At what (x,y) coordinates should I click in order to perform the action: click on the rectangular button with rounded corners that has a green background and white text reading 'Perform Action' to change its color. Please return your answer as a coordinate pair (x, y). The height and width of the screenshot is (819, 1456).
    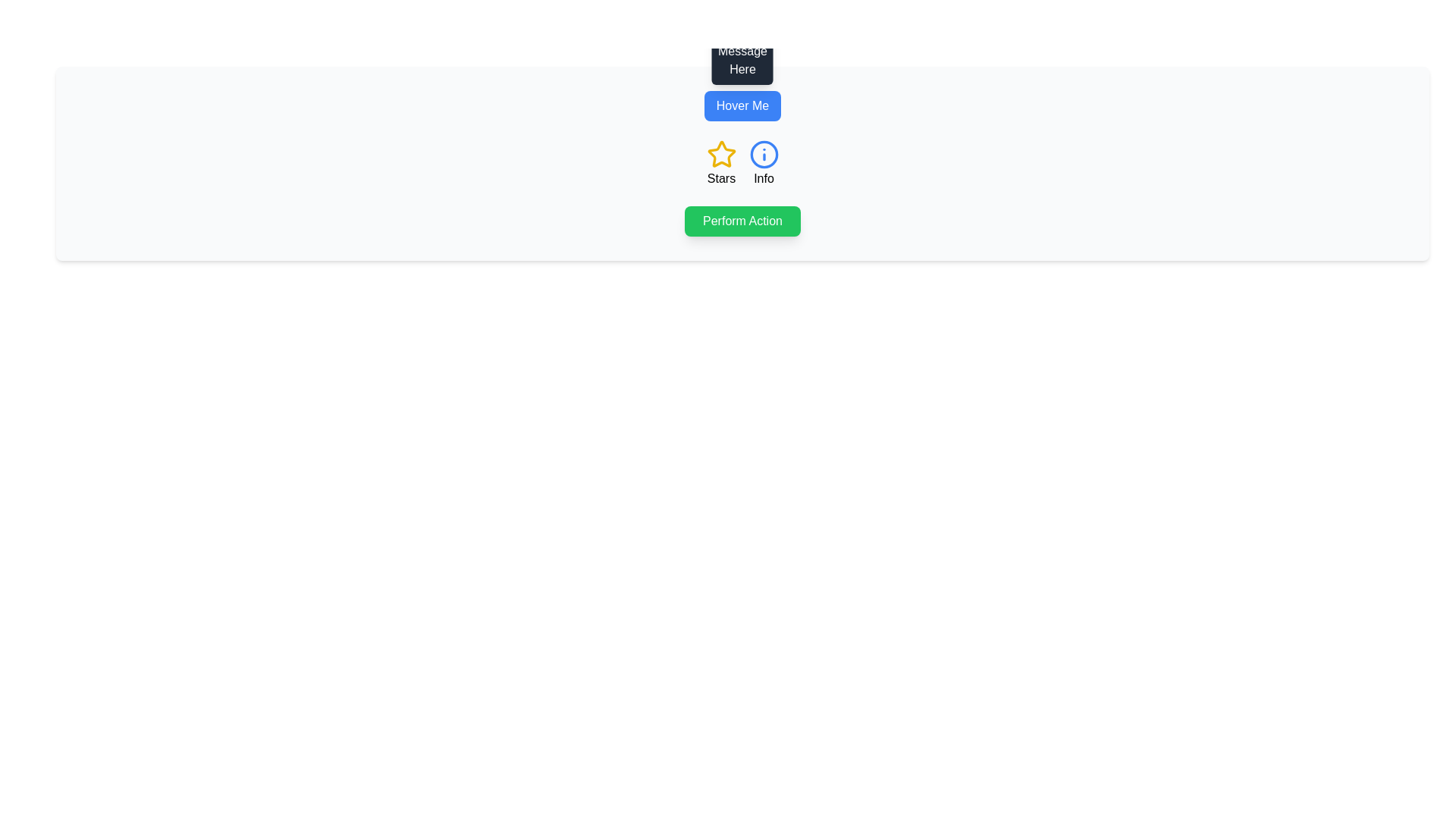
    Looking at the image, I should click on (742, 221).